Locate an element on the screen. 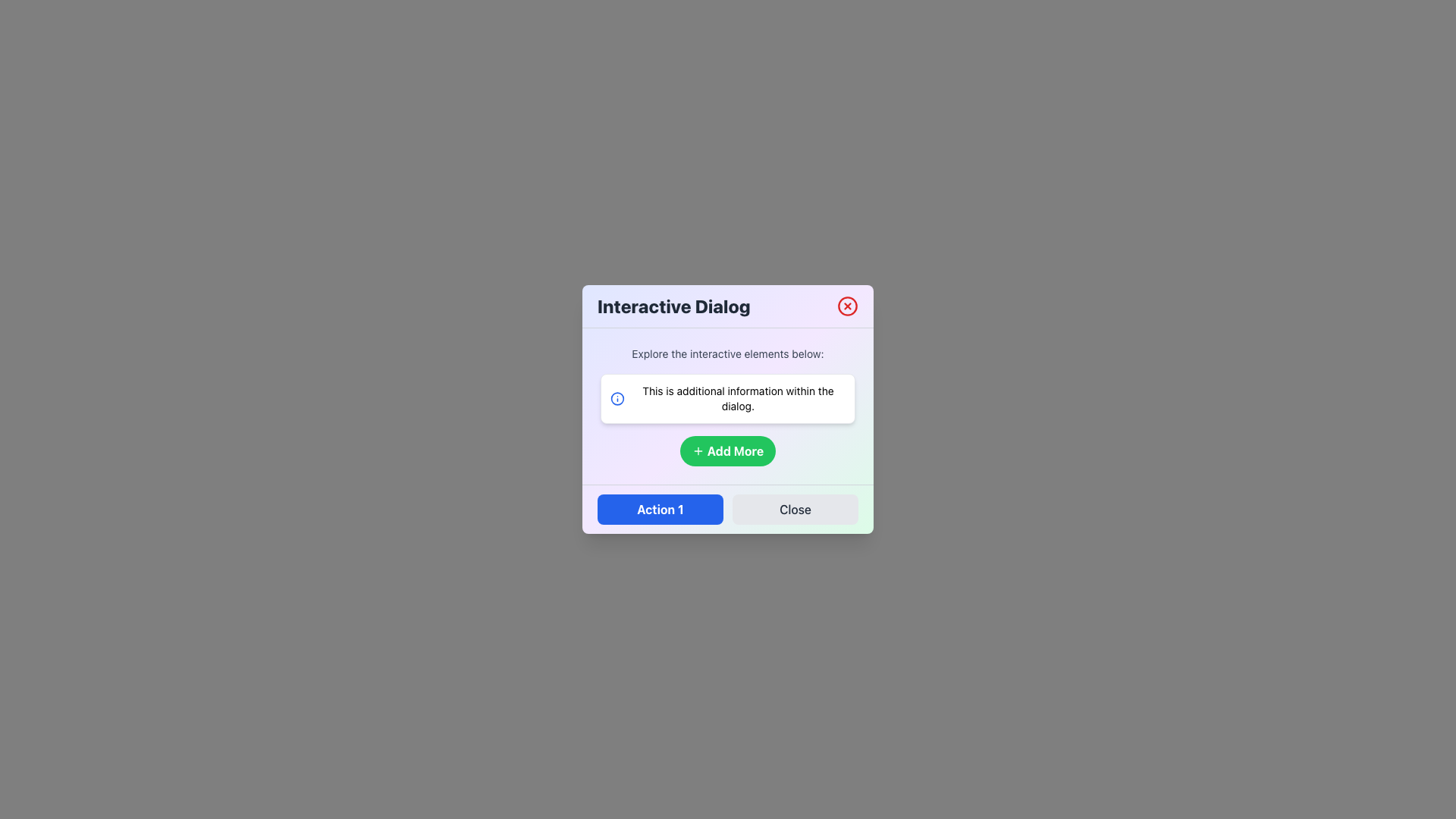 The width and height of the screenshot is (1456, 819). the text block serving as the title or heading at the top center of the dialog interface, located left of an icon-like button is located at coordinates (673, 306).